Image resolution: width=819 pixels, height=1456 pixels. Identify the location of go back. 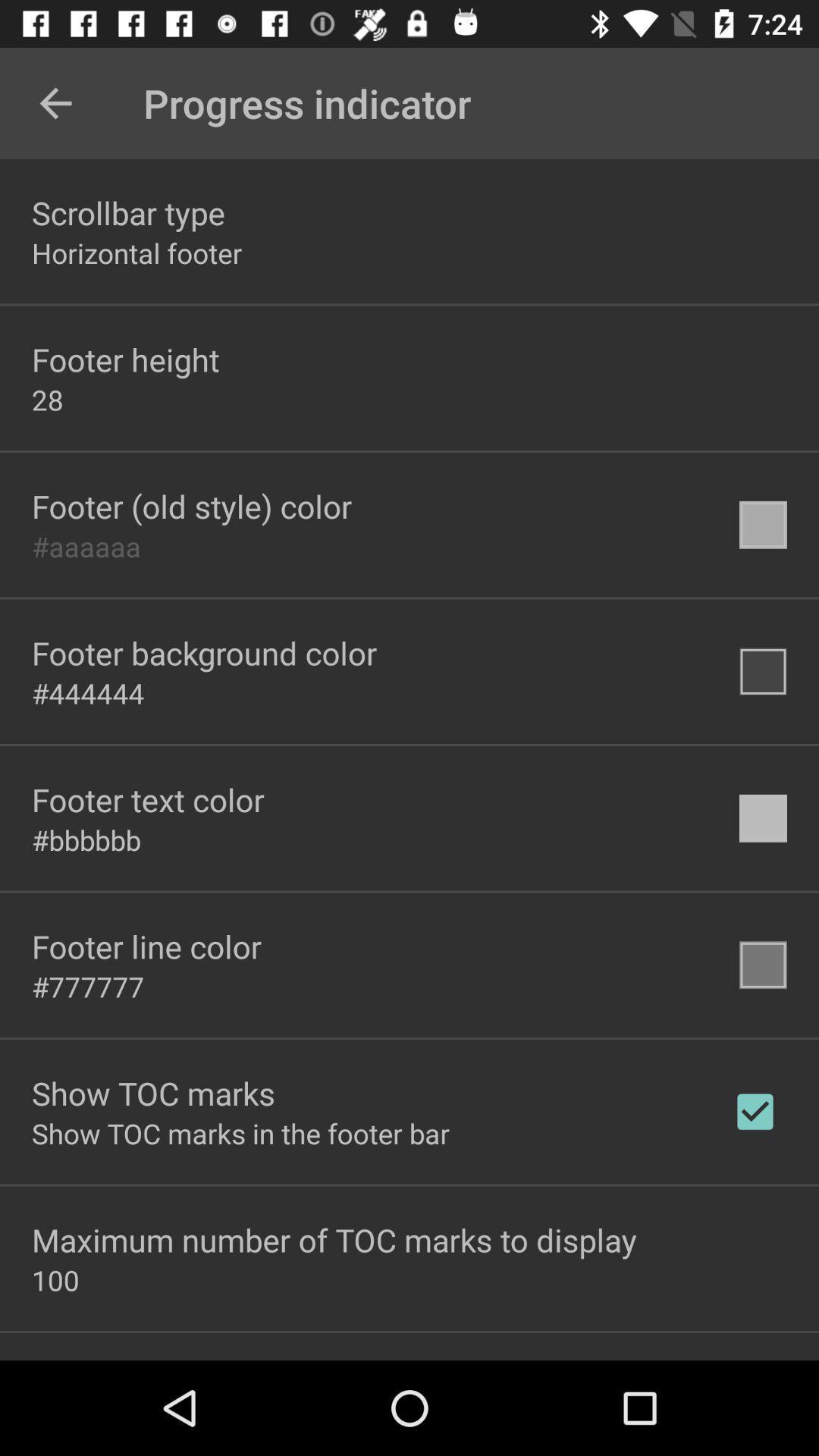
(55, 102).